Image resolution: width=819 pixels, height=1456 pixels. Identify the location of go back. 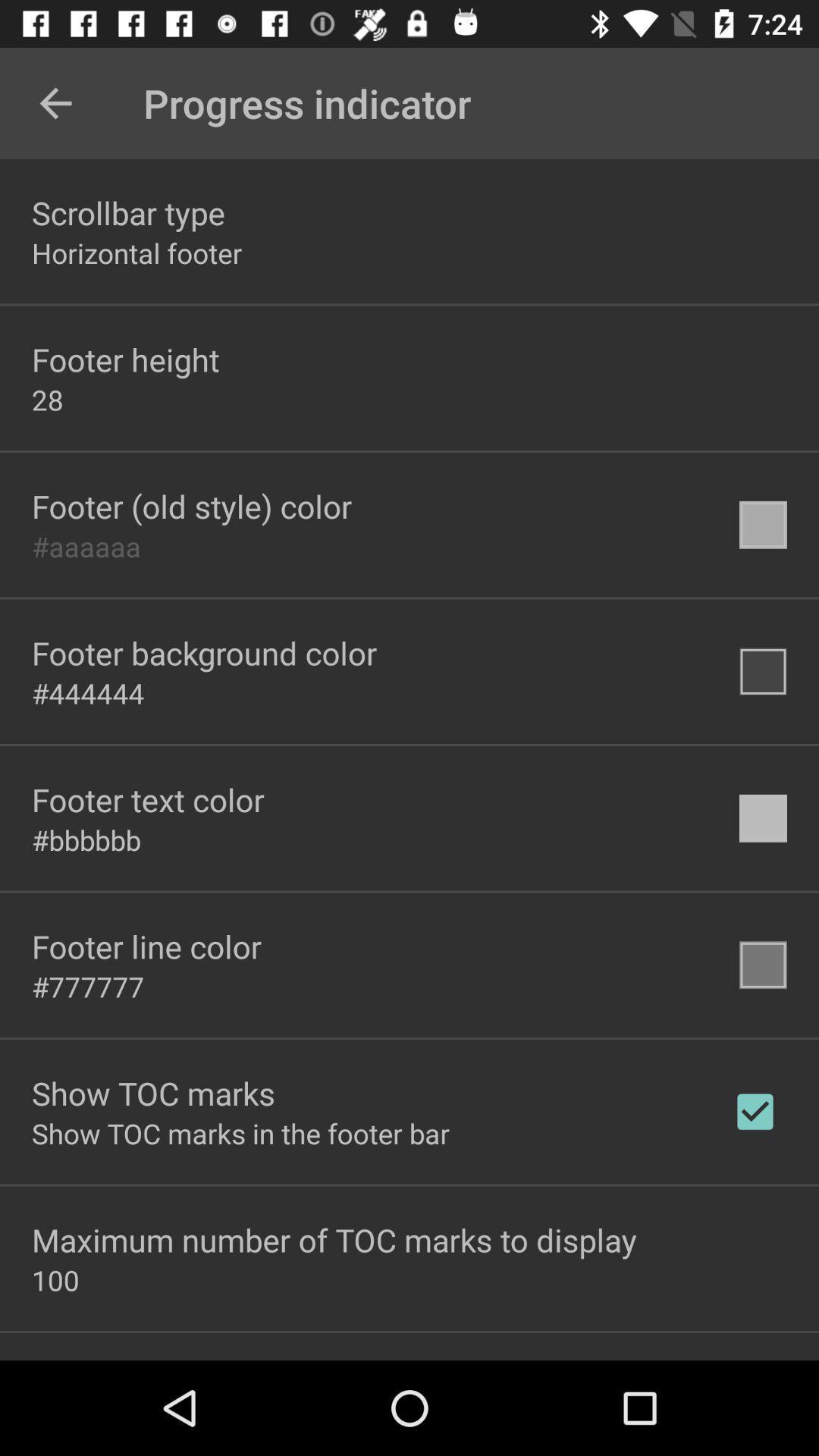
(55, 102).